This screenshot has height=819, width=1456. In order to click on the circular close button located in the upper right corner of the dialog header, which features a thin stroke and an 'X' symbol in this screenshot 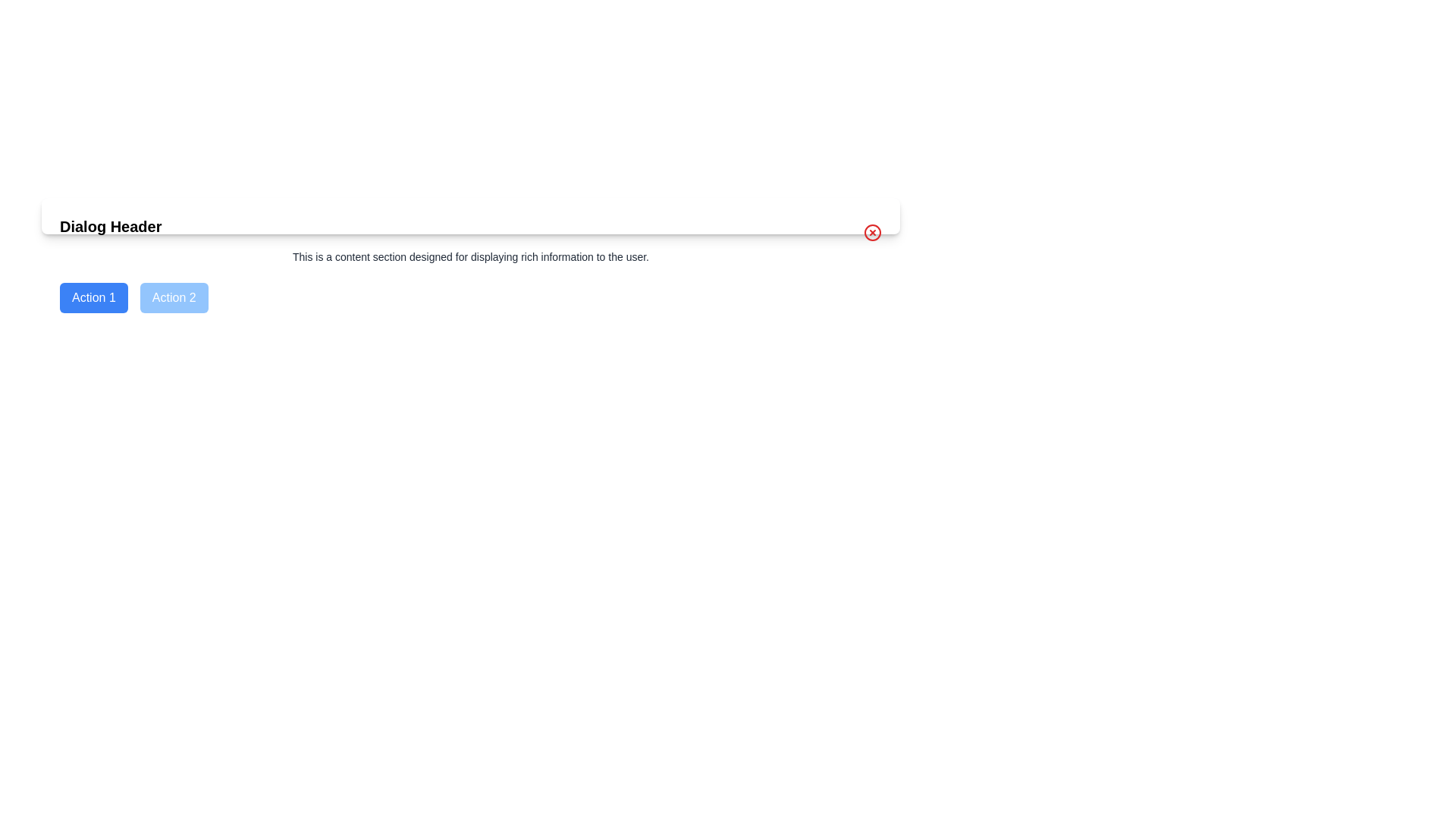, I will do `click(873, 233)`.